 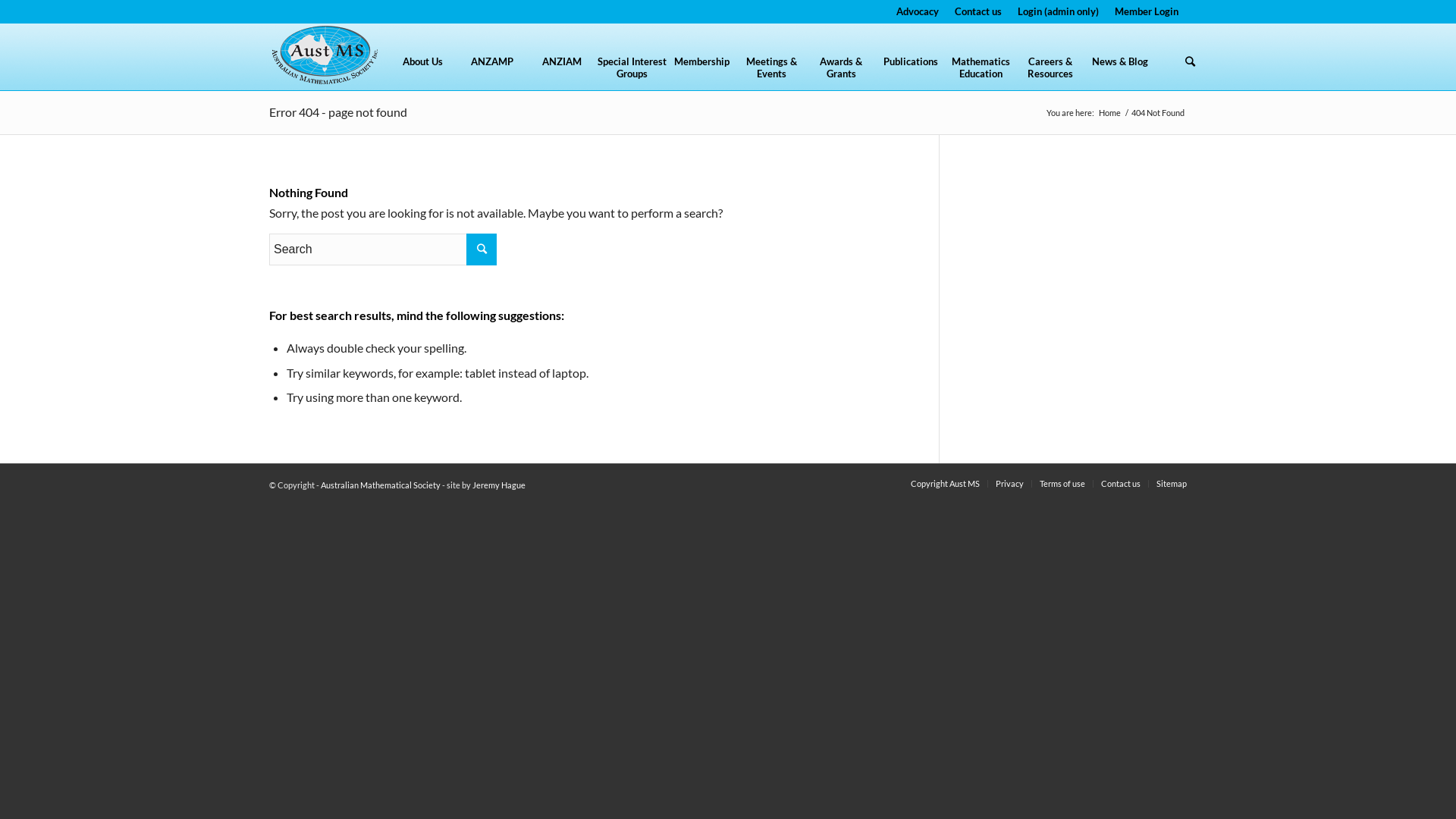 What do you see at coordinates (910, 483) in the screenshot?
I see `'Copyright Aust MS'` at bounding box center [910, 483].